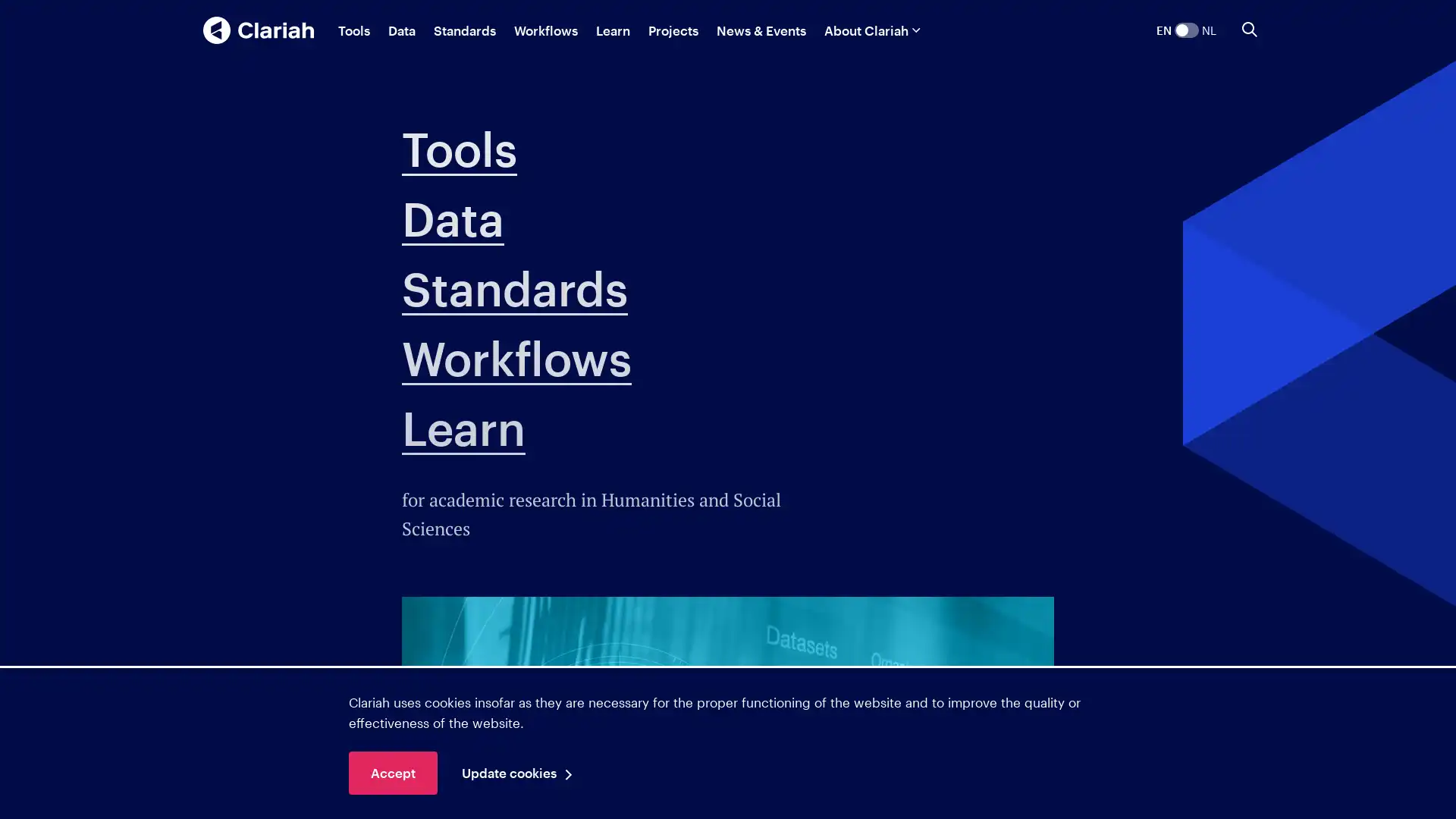 This screenshot has height=819, width=1456. What do you see at coordinates (393, 773) in the screenshot?
I see `Accept` at bounding box center [393, 773].